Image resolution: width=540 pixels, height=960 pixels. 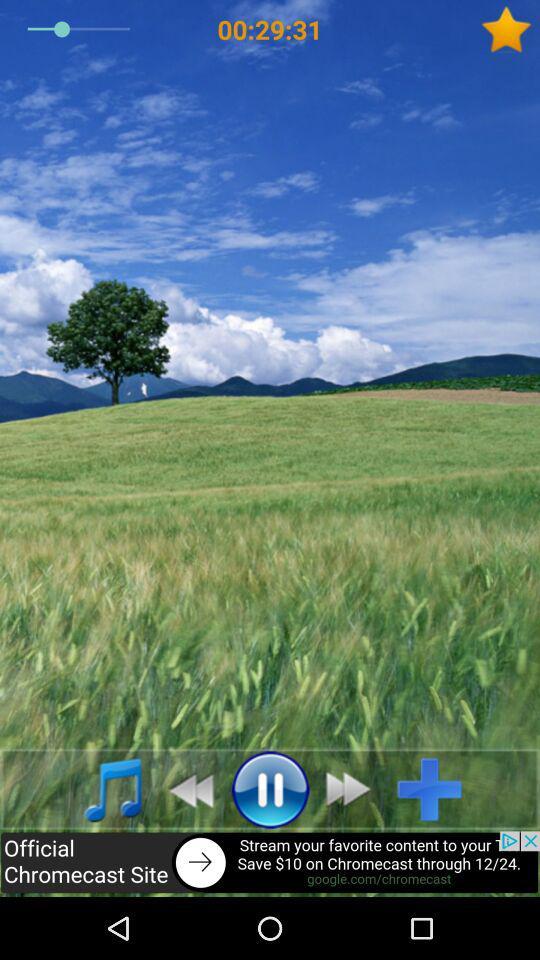 What do you see at coordinates (353, 789) in the screenshot?
I see `next` at bounding box center [353, 789].